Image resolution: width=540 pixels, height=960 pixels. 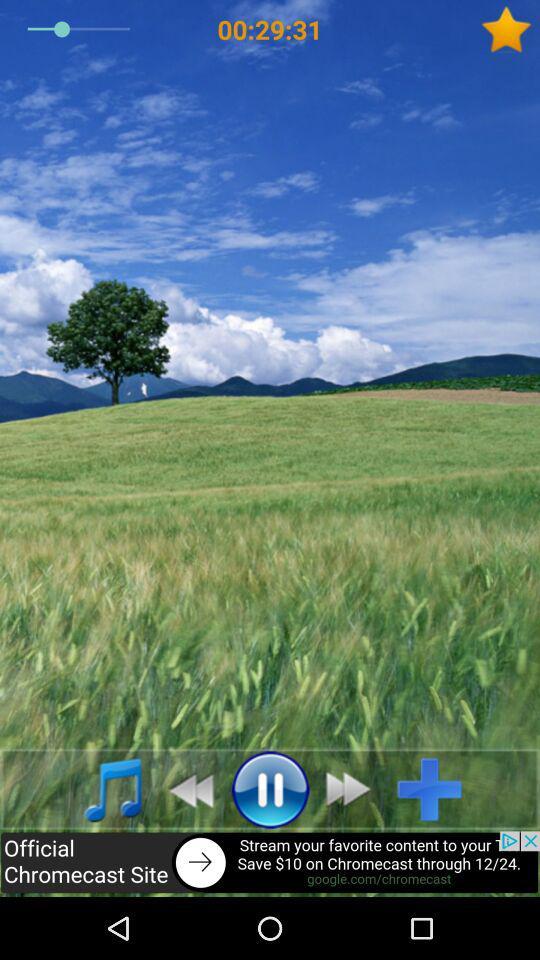 What do you see at coordinates (353, 789) in the screenshot?
I see `next` at bounding box center [353, 789].